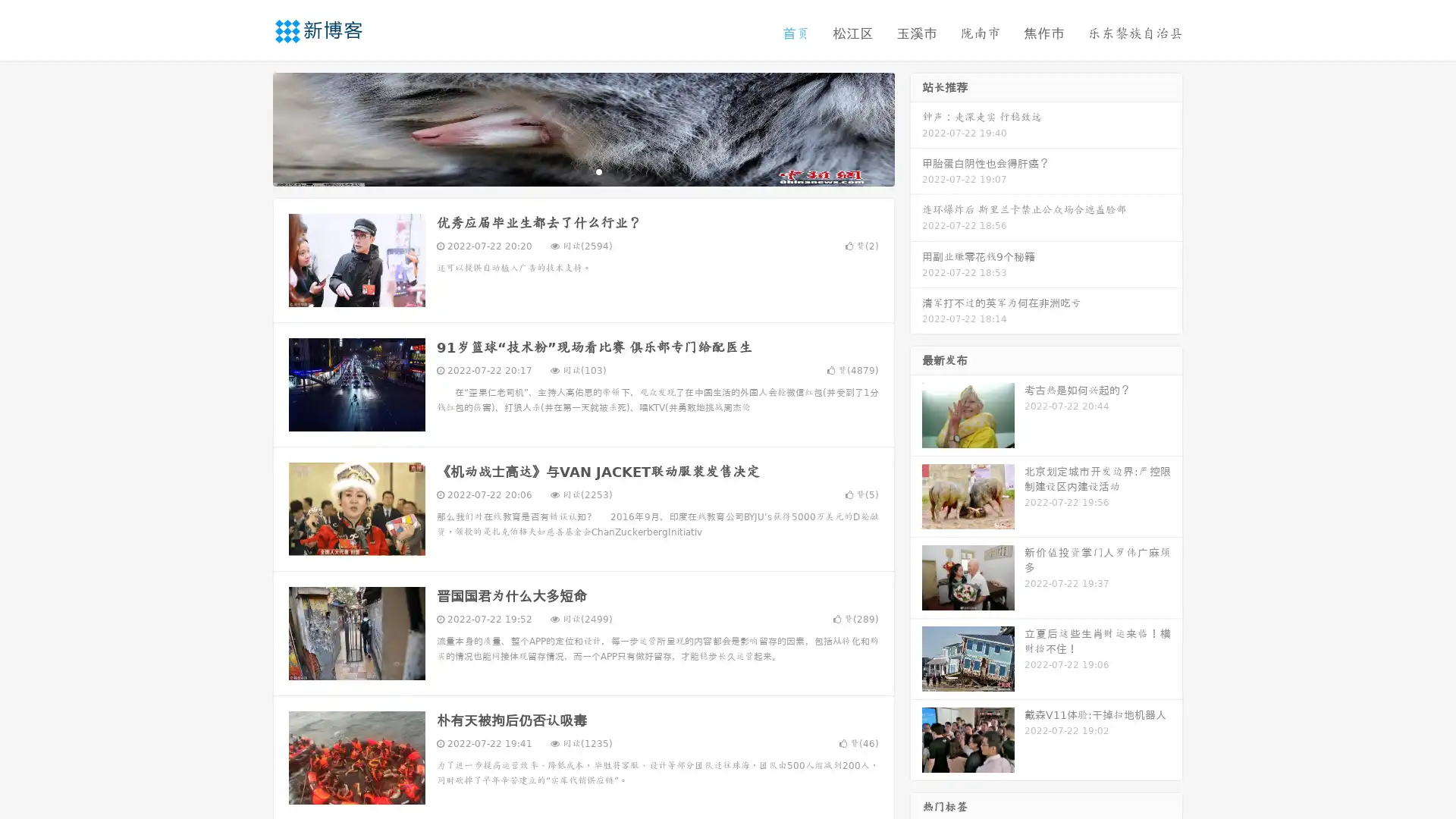 Image resolution: width=1456 pixels, height=819 pixels. Describe the element at coordinates (250, 127) in the screenshot. I see `Previous slide` at that location.